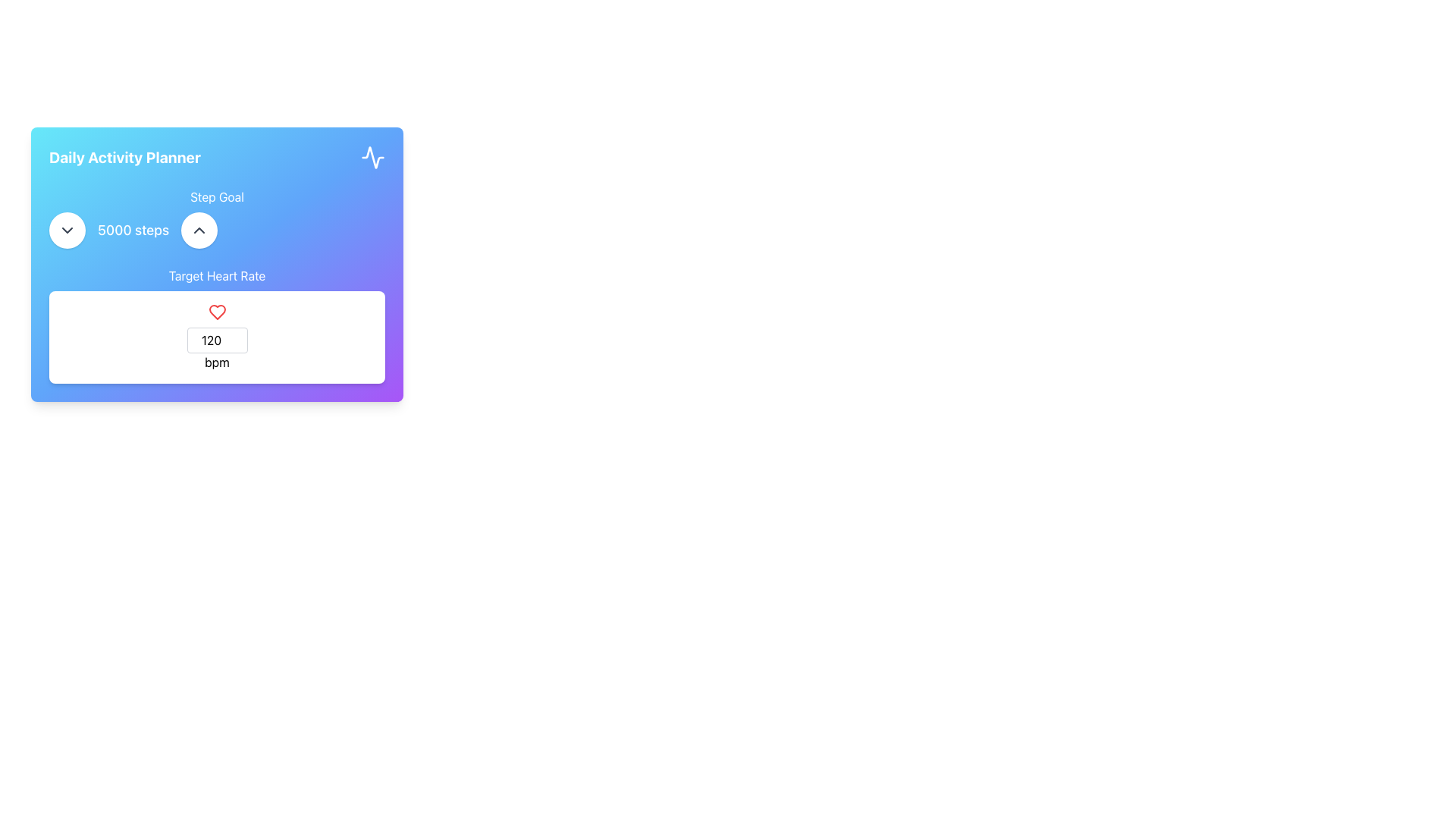 This screenshot has height=819, width=1456. I want to click on the text element displaying '5000 steps' which indicates the user's step goal, located centrally within the 'Daily Activity Planner' card, so click(133, 231).